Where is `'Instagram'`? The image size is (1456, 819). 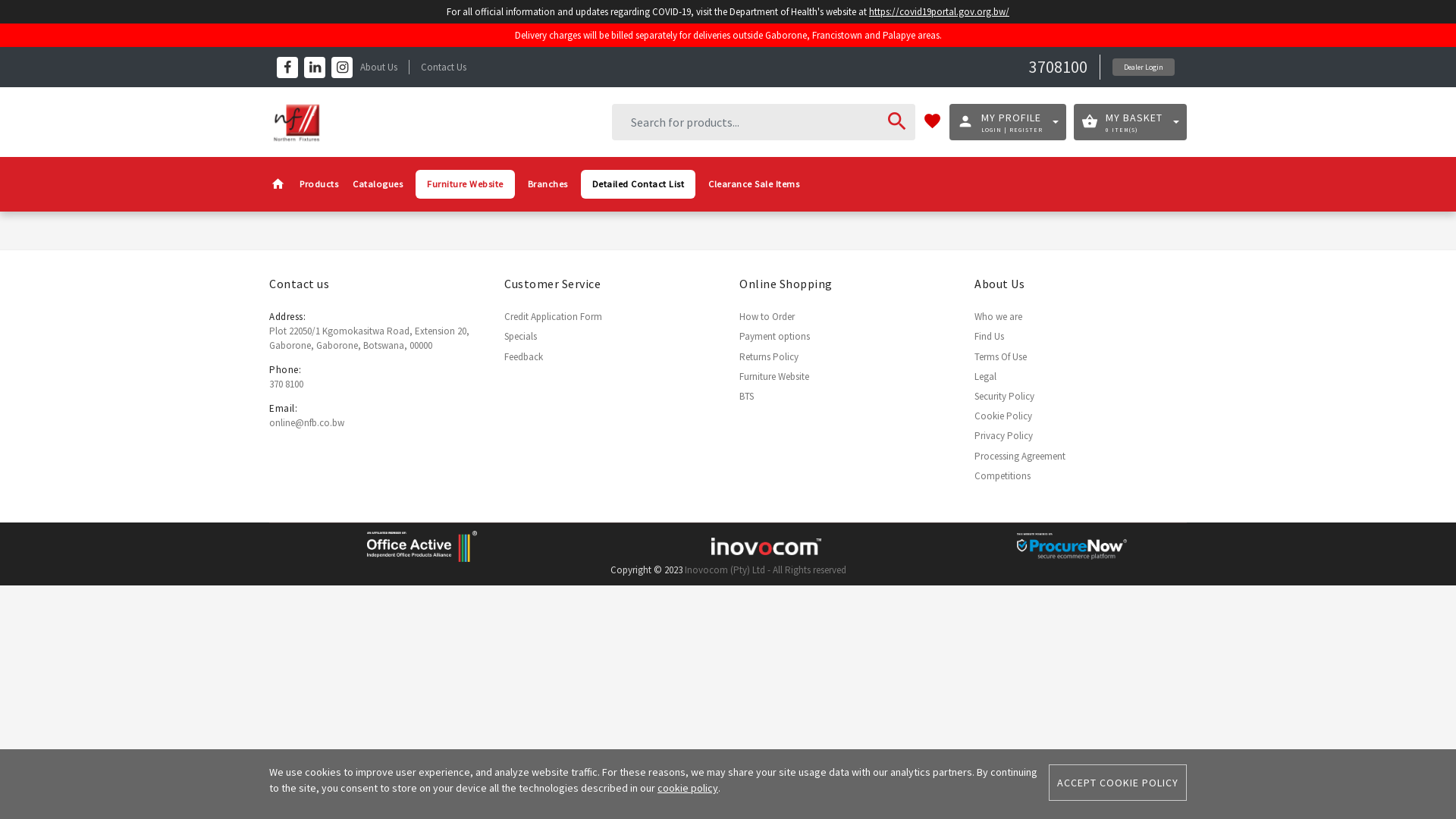 'Instagram' is located at coordinates (341, 66).